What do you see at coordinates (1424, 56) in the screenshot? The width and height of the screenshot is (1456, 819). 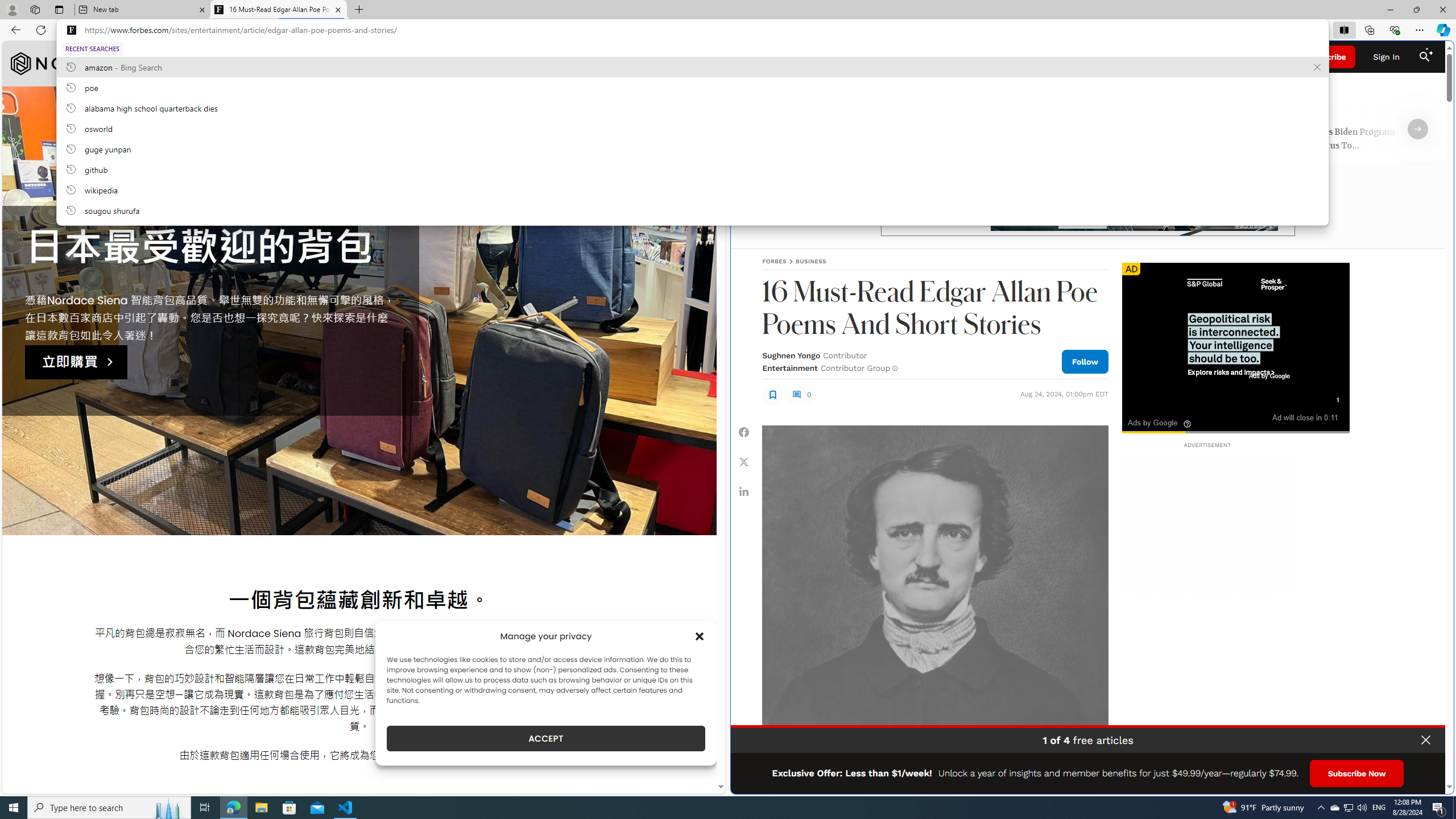 I see `'Class: search_svg__fs-icon search_svg__fs-icon--search'` at bounding box center [1424, 56].